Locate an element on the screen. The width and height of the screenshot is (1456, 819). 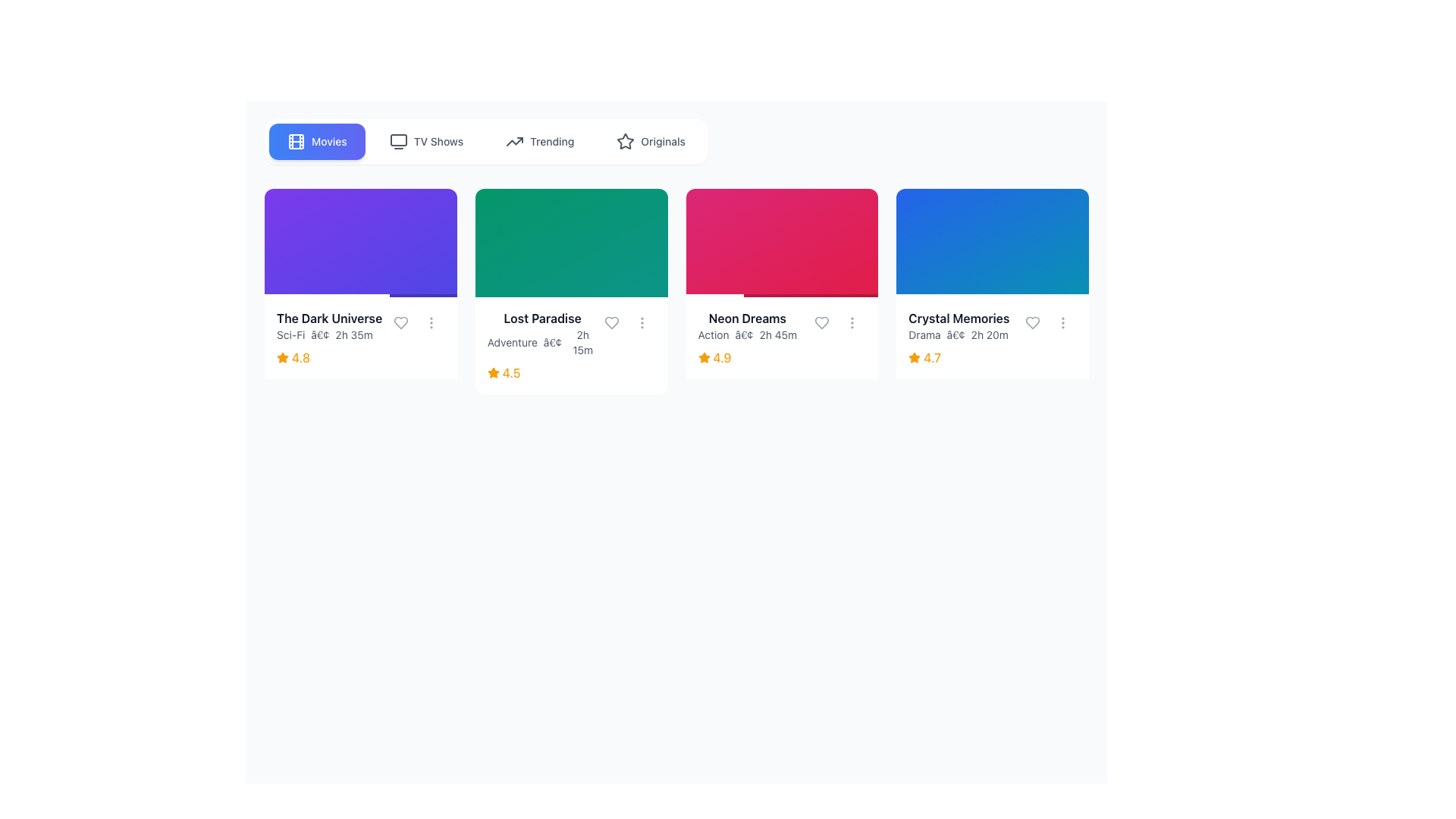
the heart-shaped icon in the 'Neon Dreams' movie card to mark the movie as favorite is located at coordinates (821, 322).